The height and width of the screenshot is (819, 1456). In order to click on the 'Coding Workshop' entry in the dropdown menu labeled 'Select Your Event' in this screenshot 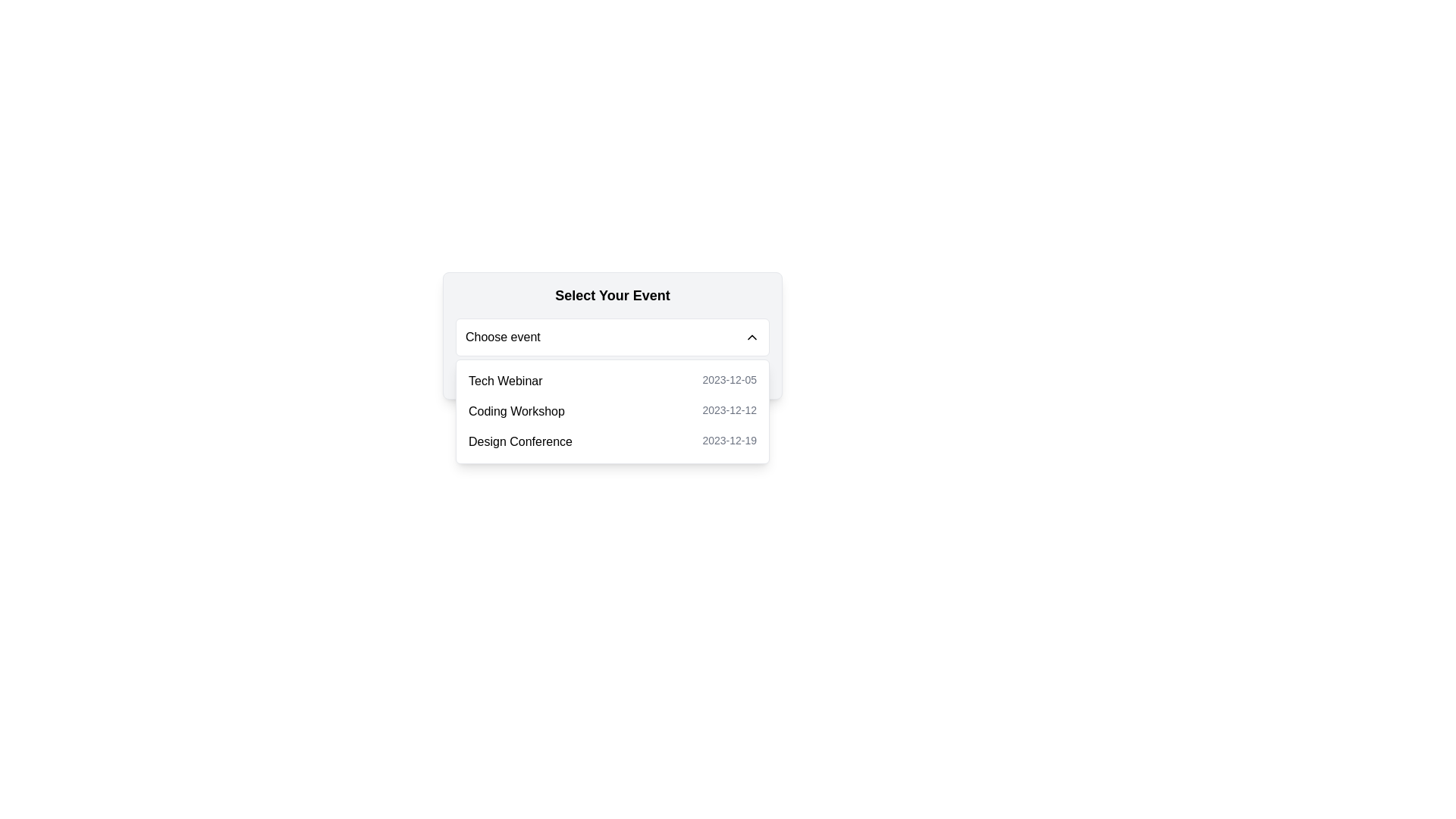, I will do `click(516, 412)`.